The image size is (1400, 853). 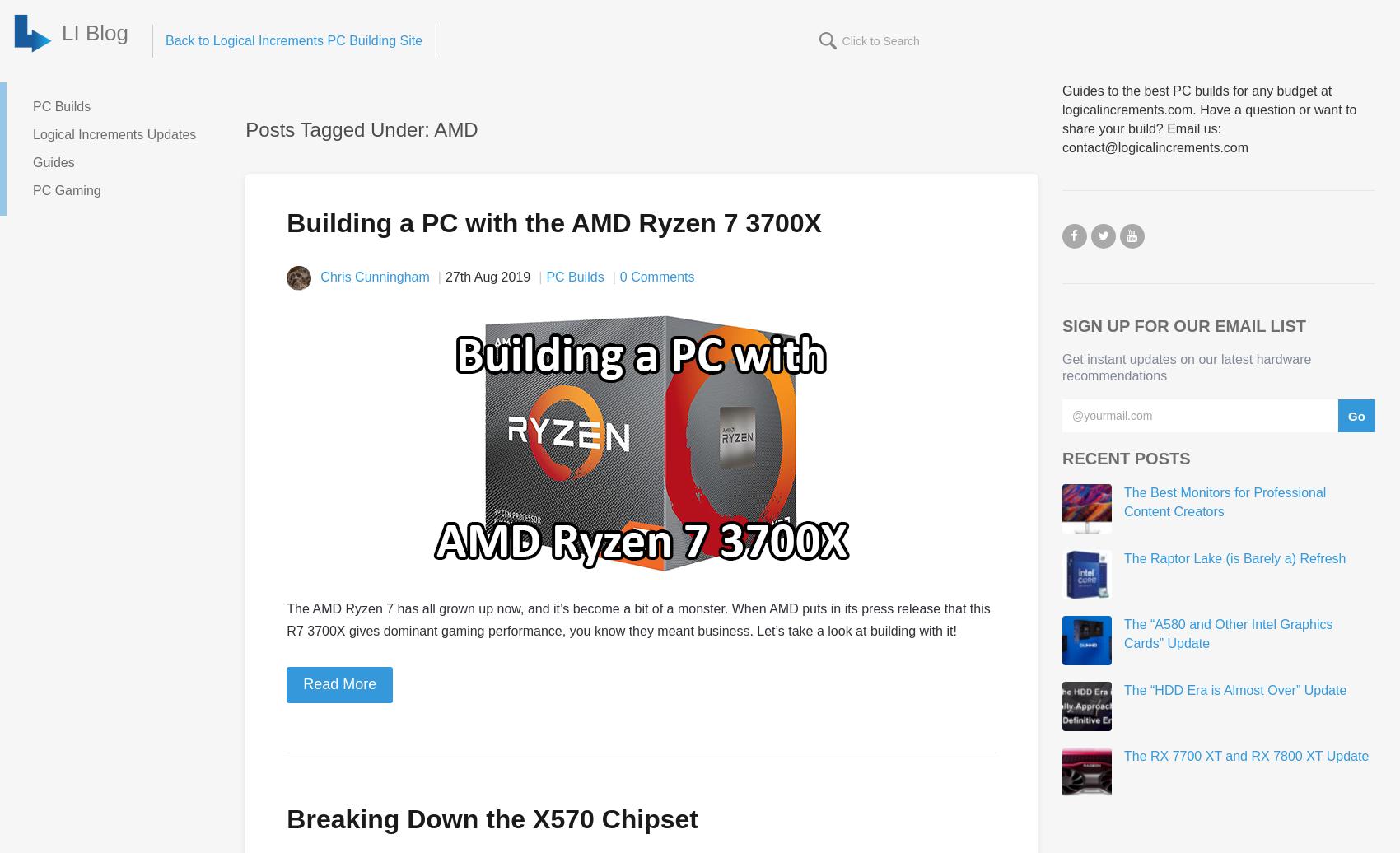 I want to click on 'Read More', so click(x=302, y=683).